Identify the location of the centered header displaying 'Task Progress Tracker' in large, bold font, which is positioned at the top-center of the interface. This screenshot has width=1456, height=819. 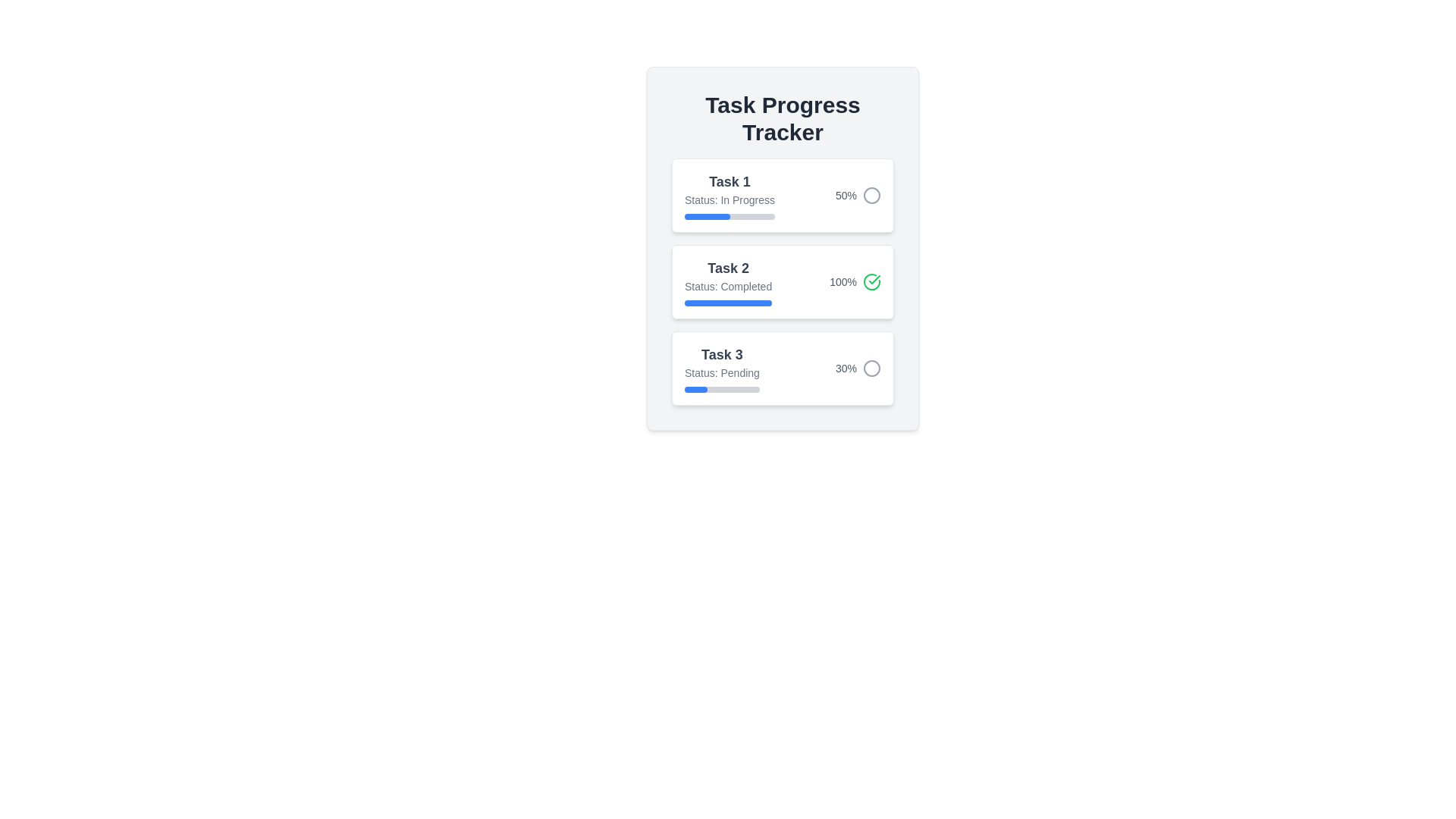
(783, 118).